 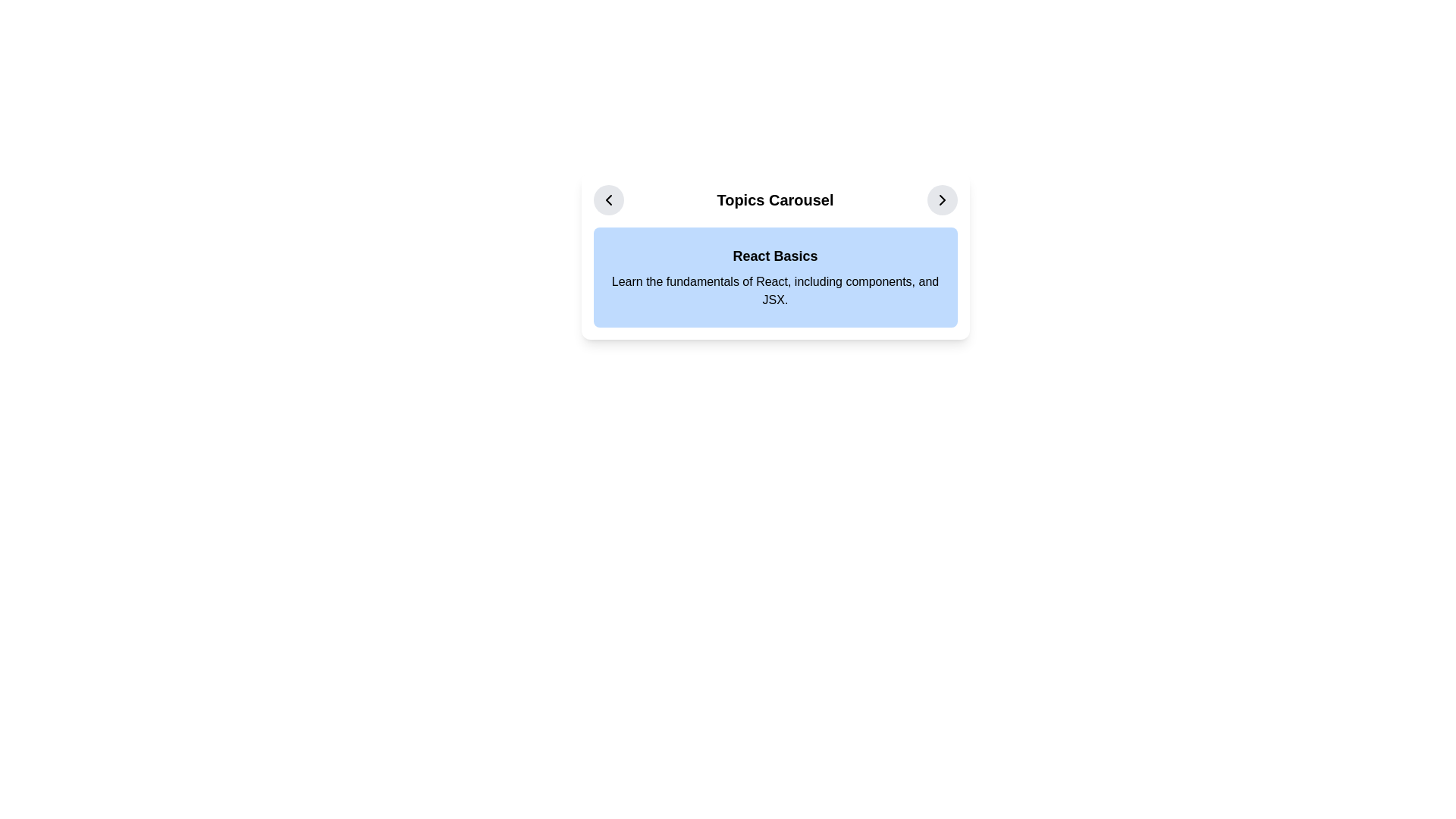 What do you see at coordinates (941, 199) in the screenshot?
I see `the navigation button located in the 'Topics Carousel' section, adjacent to the title 'Topics Carousel'` at bounding box center [941, 199].